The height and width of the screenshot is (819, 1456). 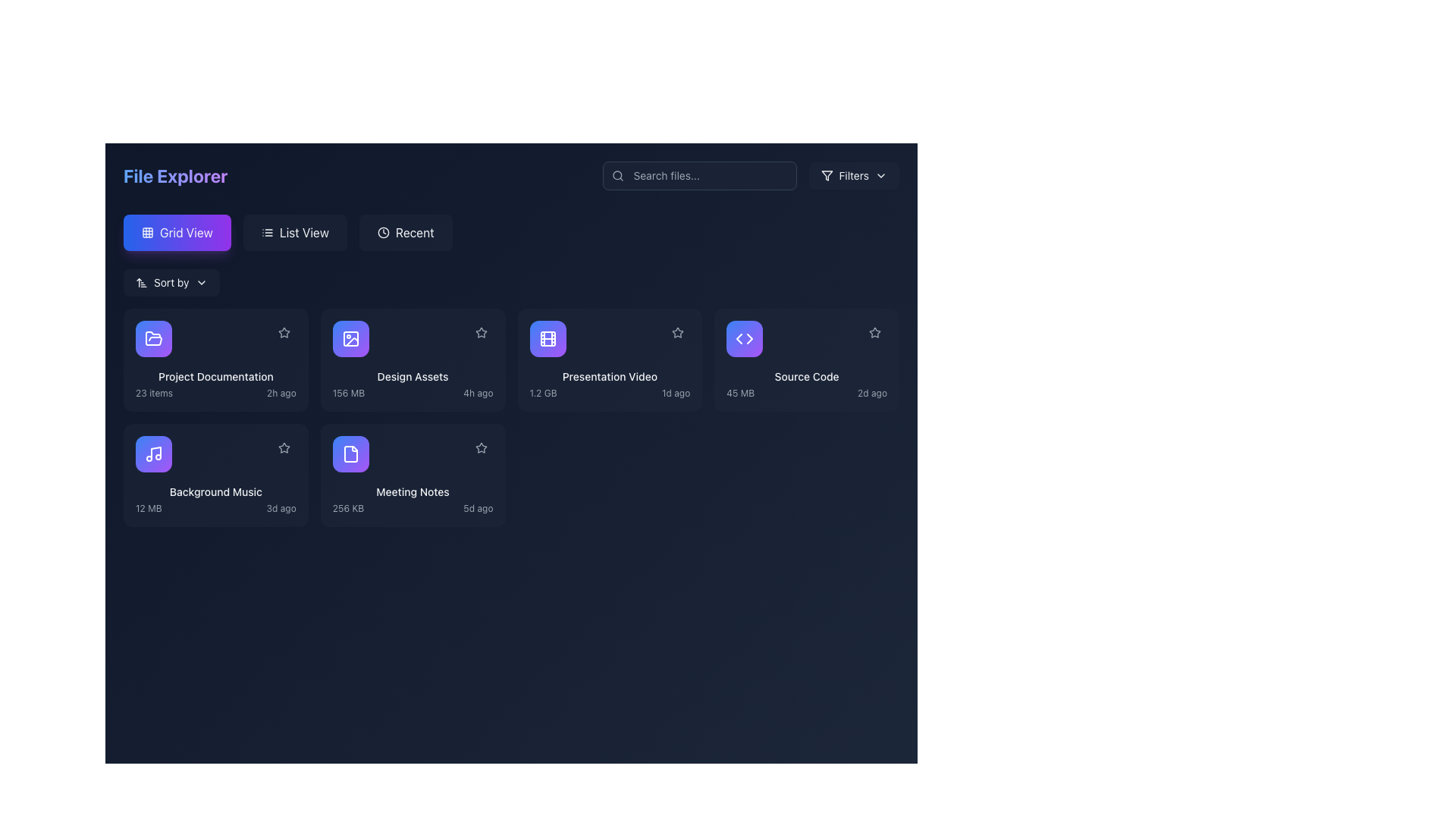 I want to click on the third button in the horizontal row, located between the 'List View' button and the file viewer section, so click(x=406, y=233).